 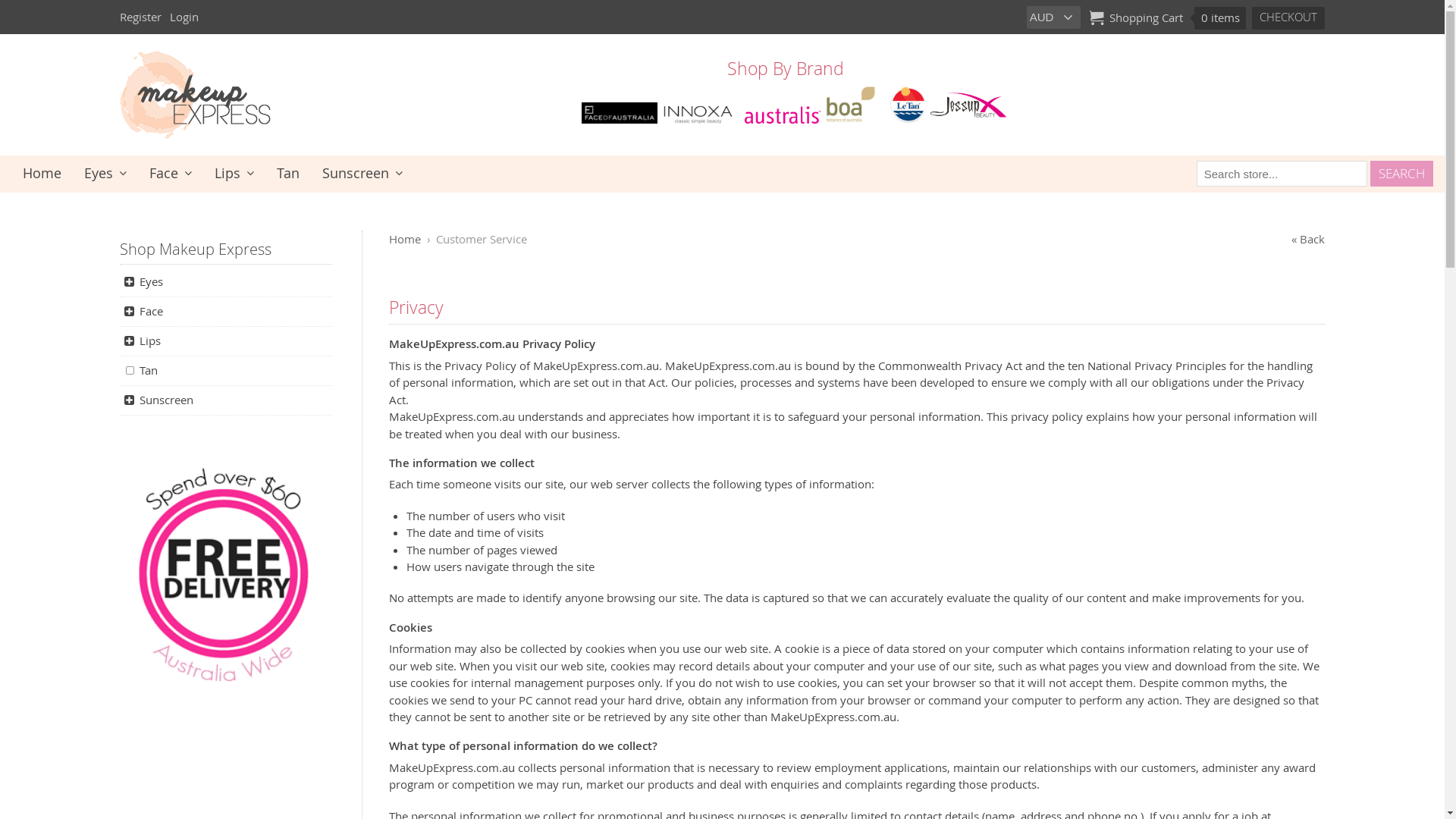 What do you see at coordinates (1401, 172) in the screenshot?
I see `'Search'` at bounding box center [1401, 172].